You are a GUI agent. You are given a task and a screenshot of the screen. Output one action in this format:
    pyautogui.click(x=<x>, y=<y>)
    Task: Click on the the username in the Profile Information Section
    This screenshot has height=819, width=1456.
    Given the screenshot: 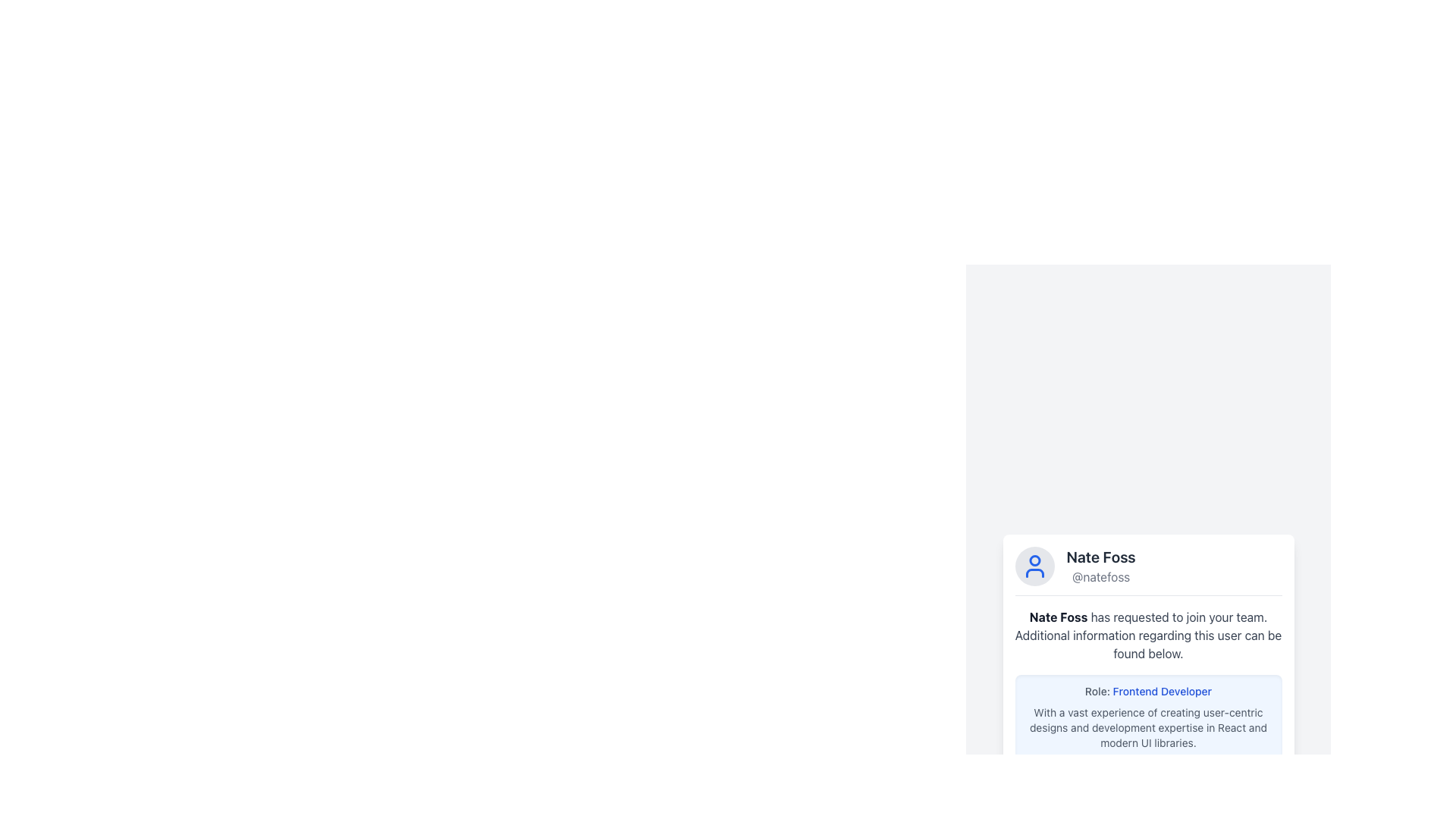 What is the action you would take?
    pyautogui.click(x=1148, y=570)
    